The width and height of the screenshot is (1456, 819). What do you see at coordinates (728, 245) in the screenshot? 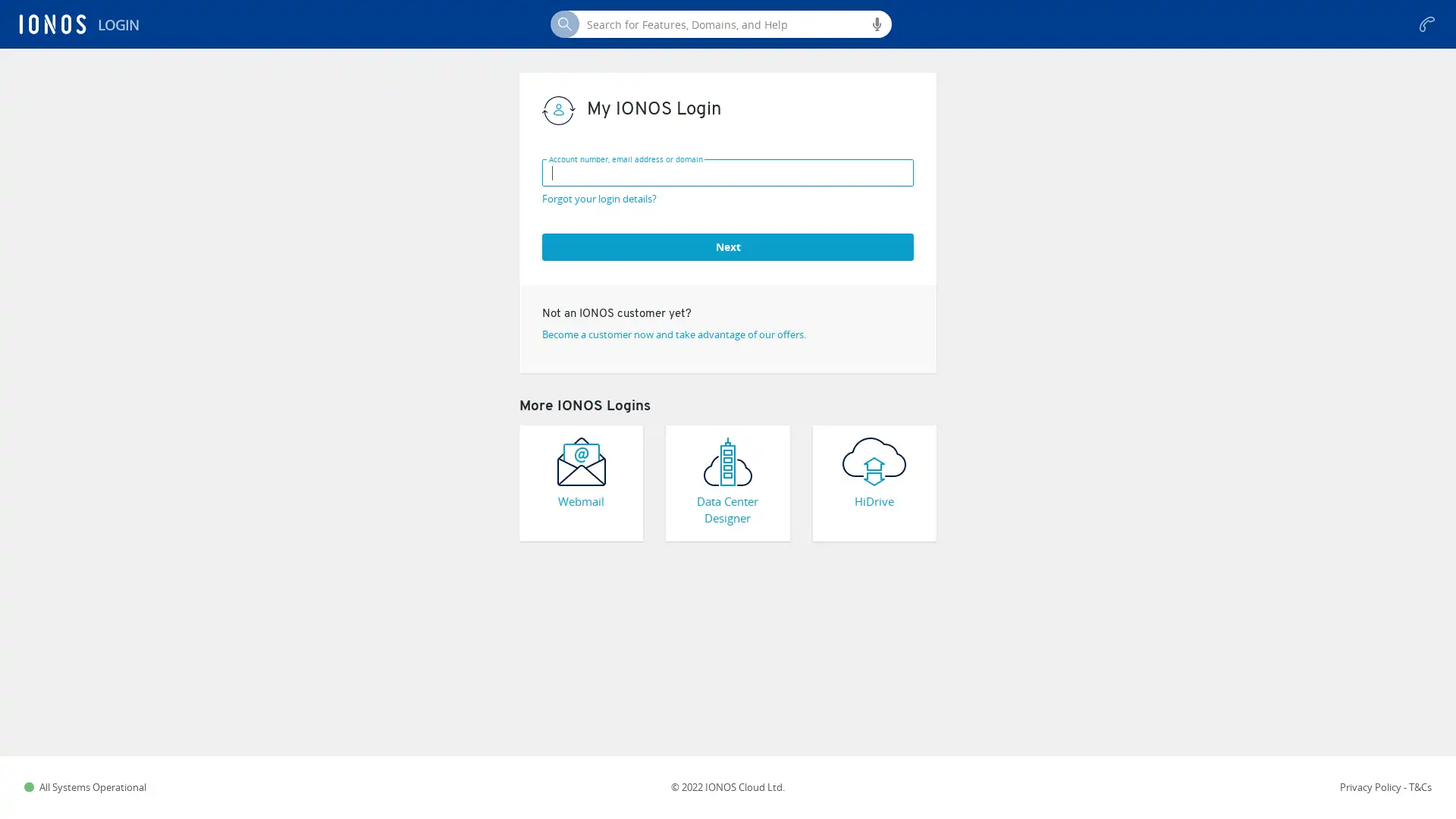
I see `Next` at bounding box center [728, 245].